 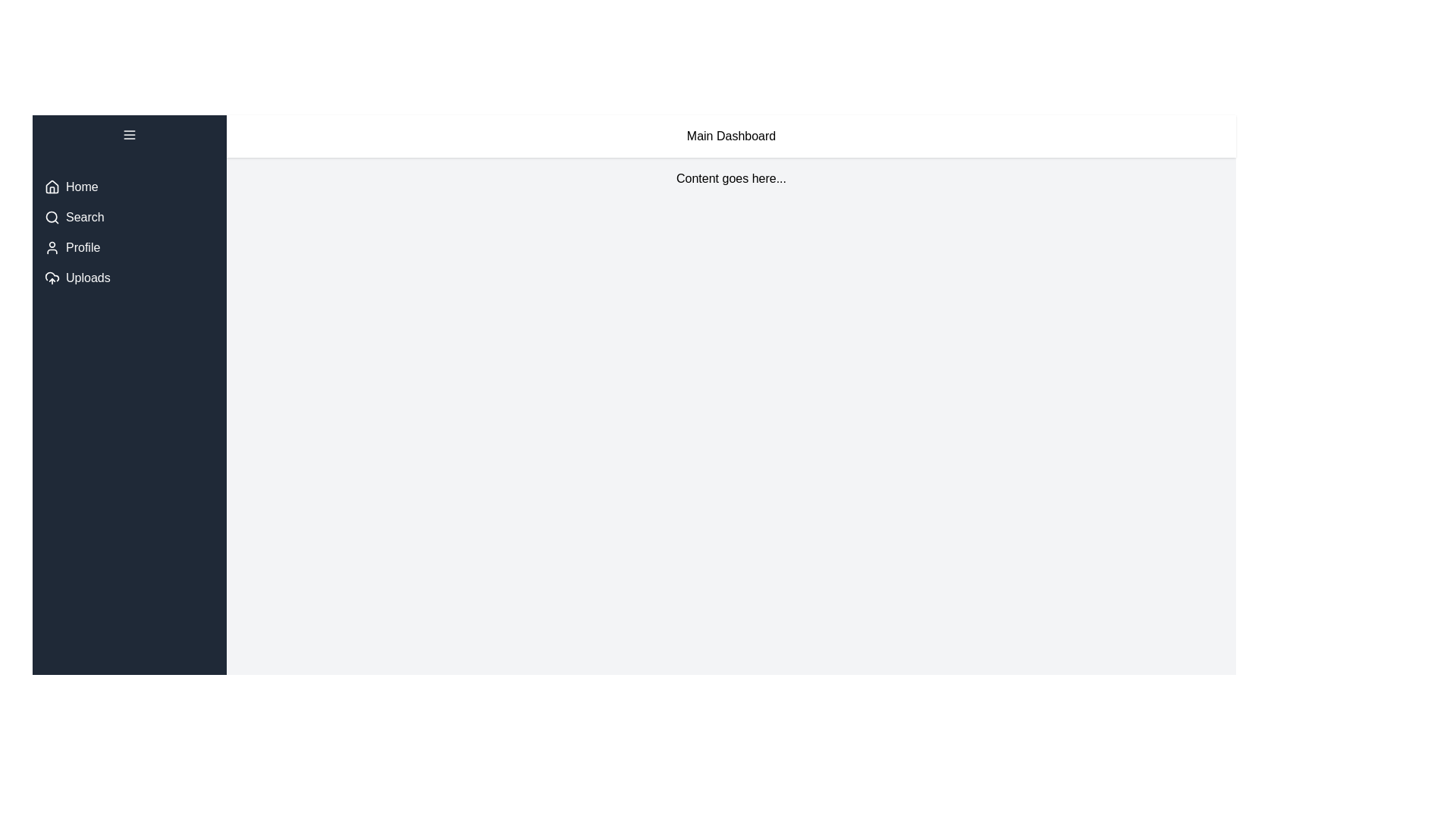 What do you see at coordinates (130, 278) in the screenshot?
I see `the fourth button in the vertical navigation list on the left sidebar, which accesses the 'Uploads' section` at bounding box center [130, 278].